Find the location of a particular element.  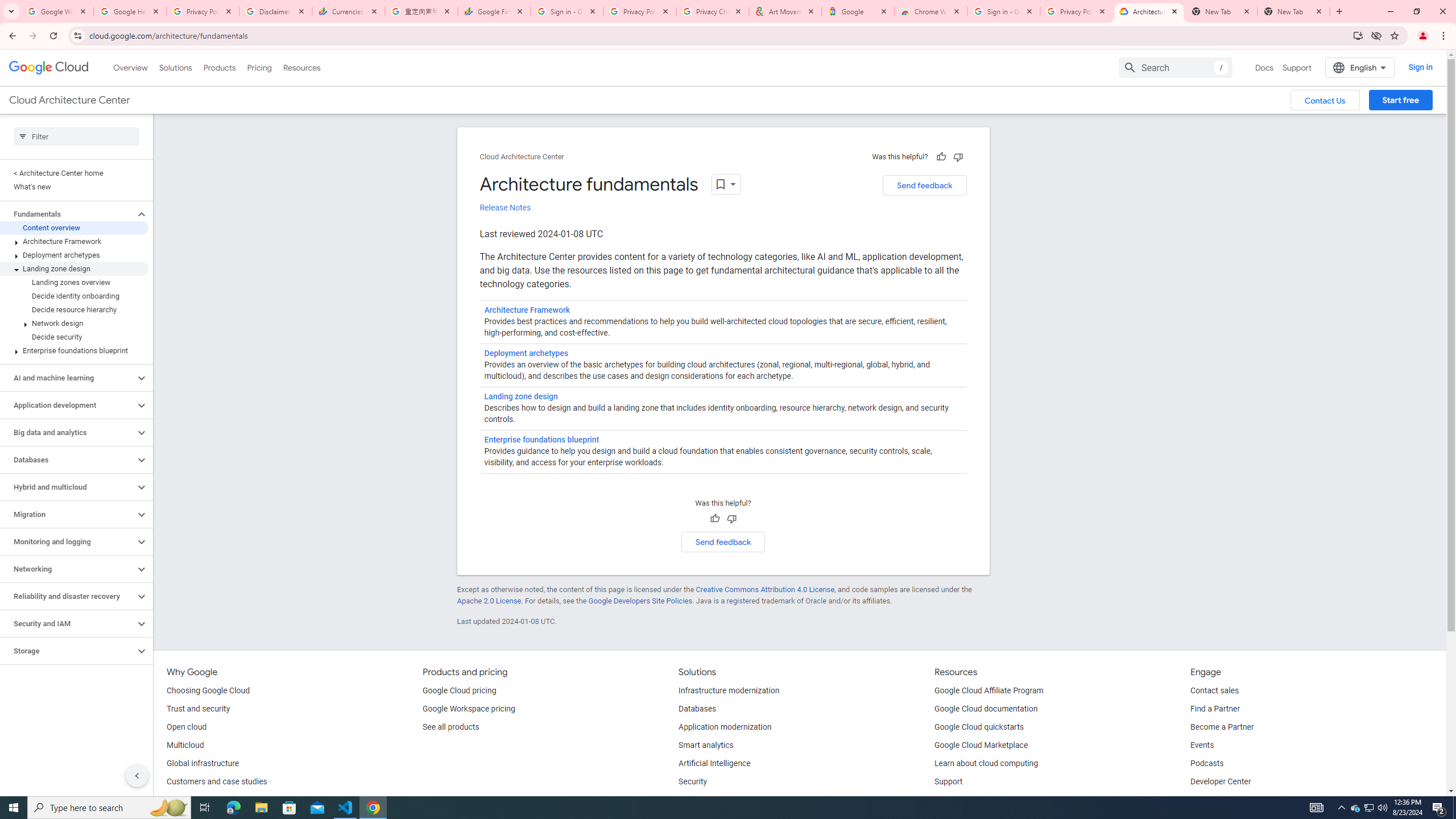

'Decide security' is located at coordinates (74, 336).